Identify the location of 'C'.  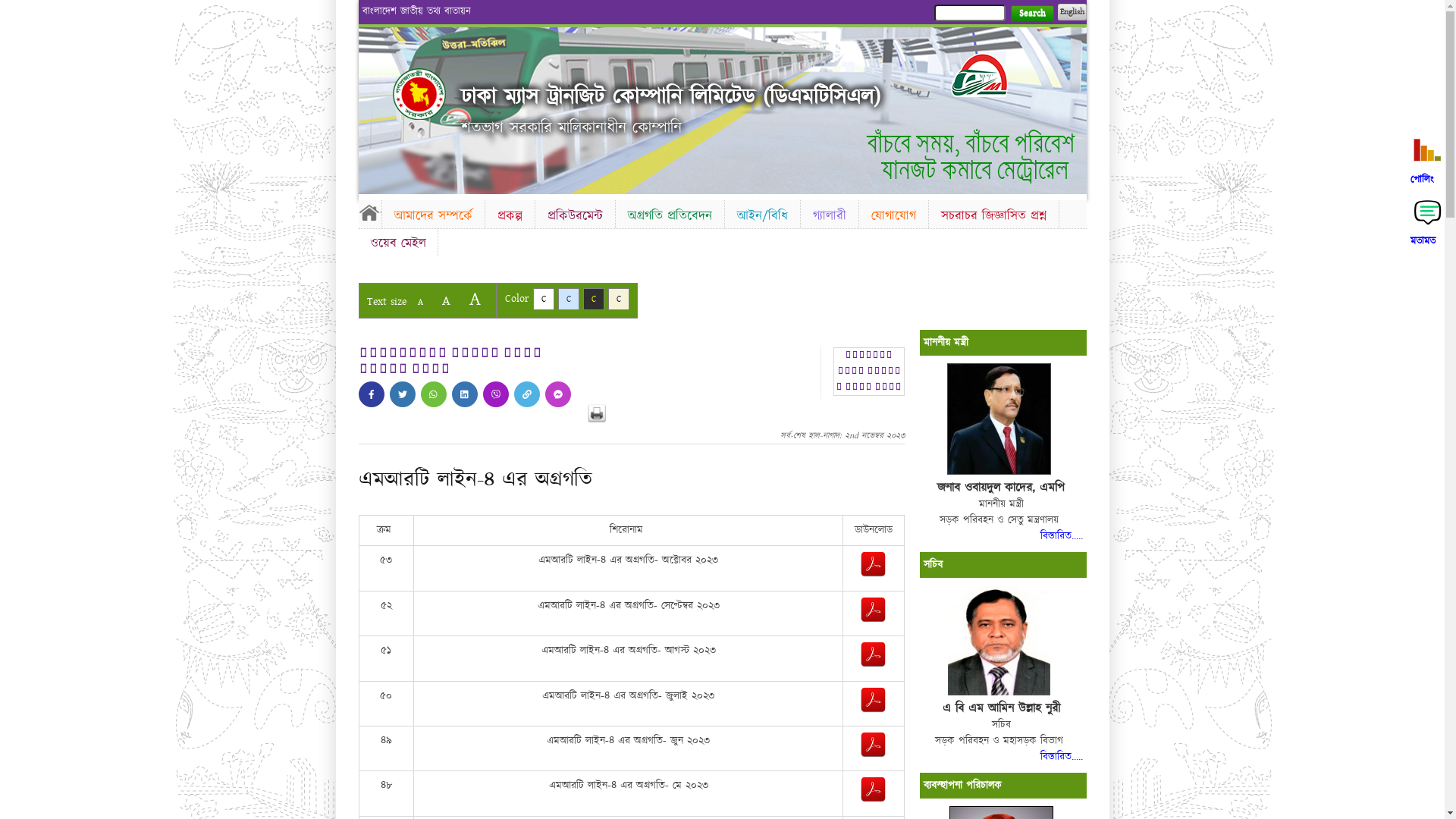
(542, 299).